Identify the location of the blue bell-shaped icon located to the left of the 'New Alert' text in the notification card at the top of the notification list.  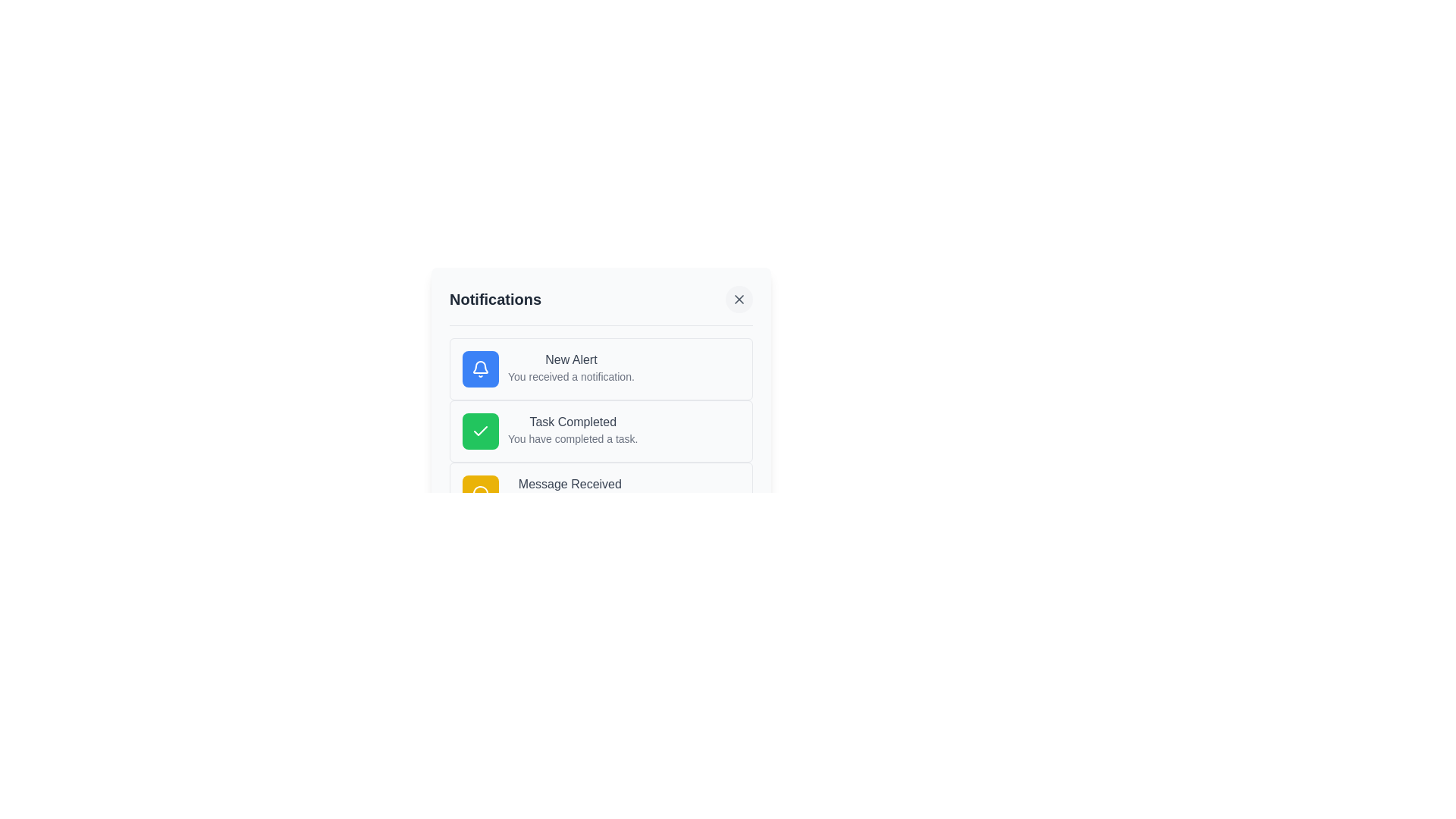
(479, 367).